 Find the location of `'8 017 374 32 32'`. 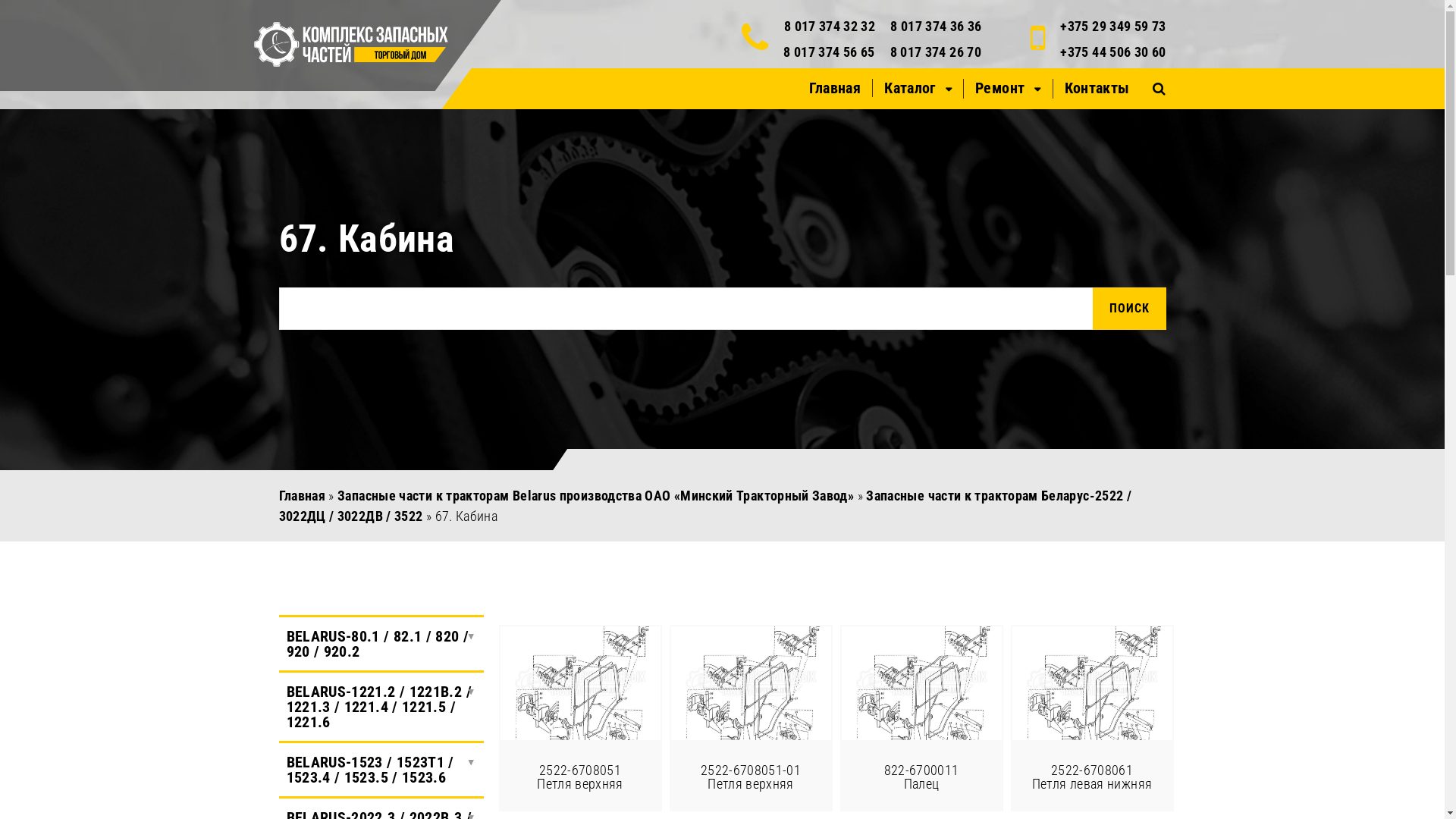

'8 017 374 32 32' is located at coordinates (783, 26).